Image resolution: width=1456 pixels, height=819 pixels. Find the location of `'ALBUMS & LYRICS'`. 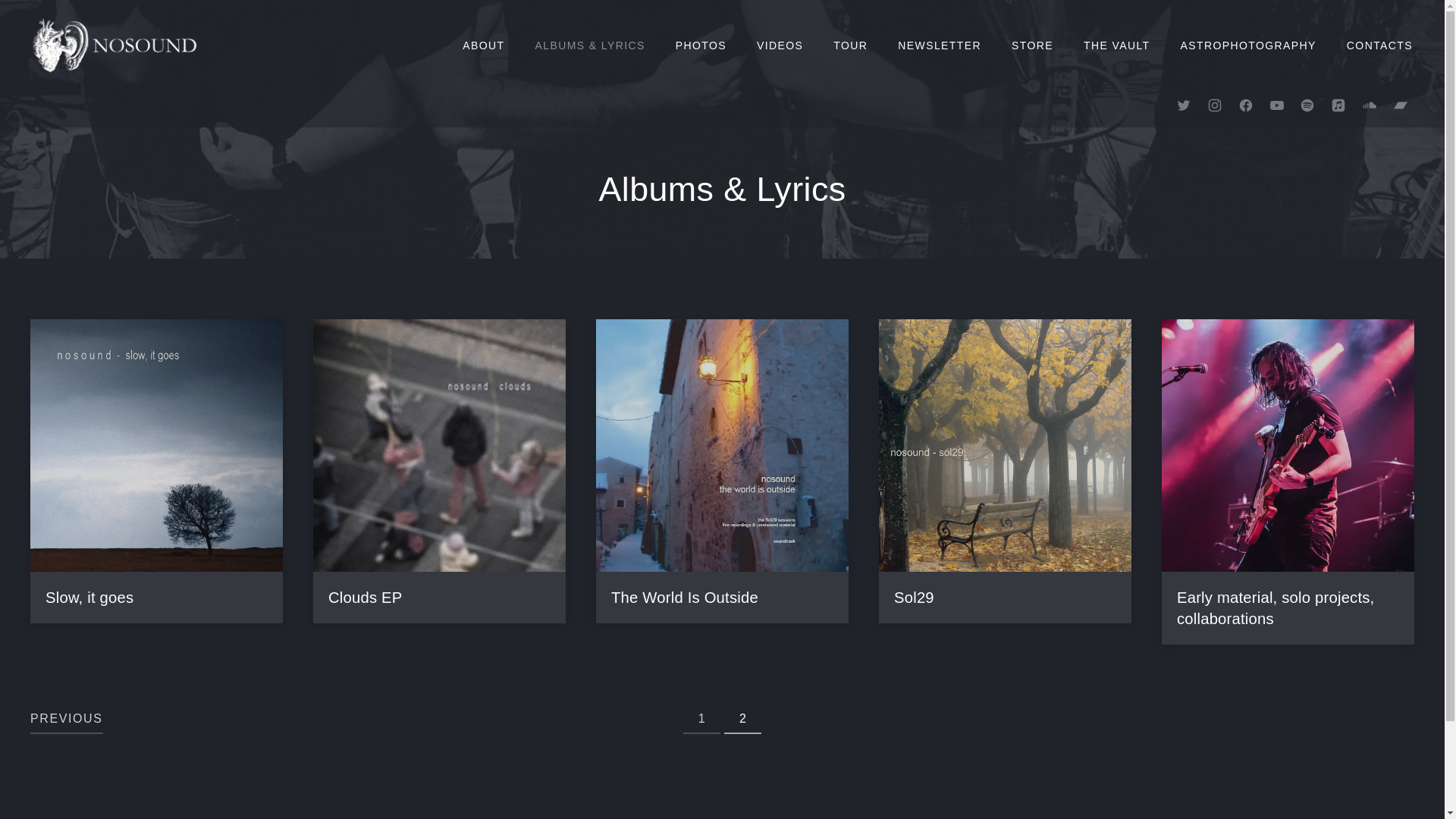

'ALBUMS & LYRICS' is located at coordinates (520, 45).